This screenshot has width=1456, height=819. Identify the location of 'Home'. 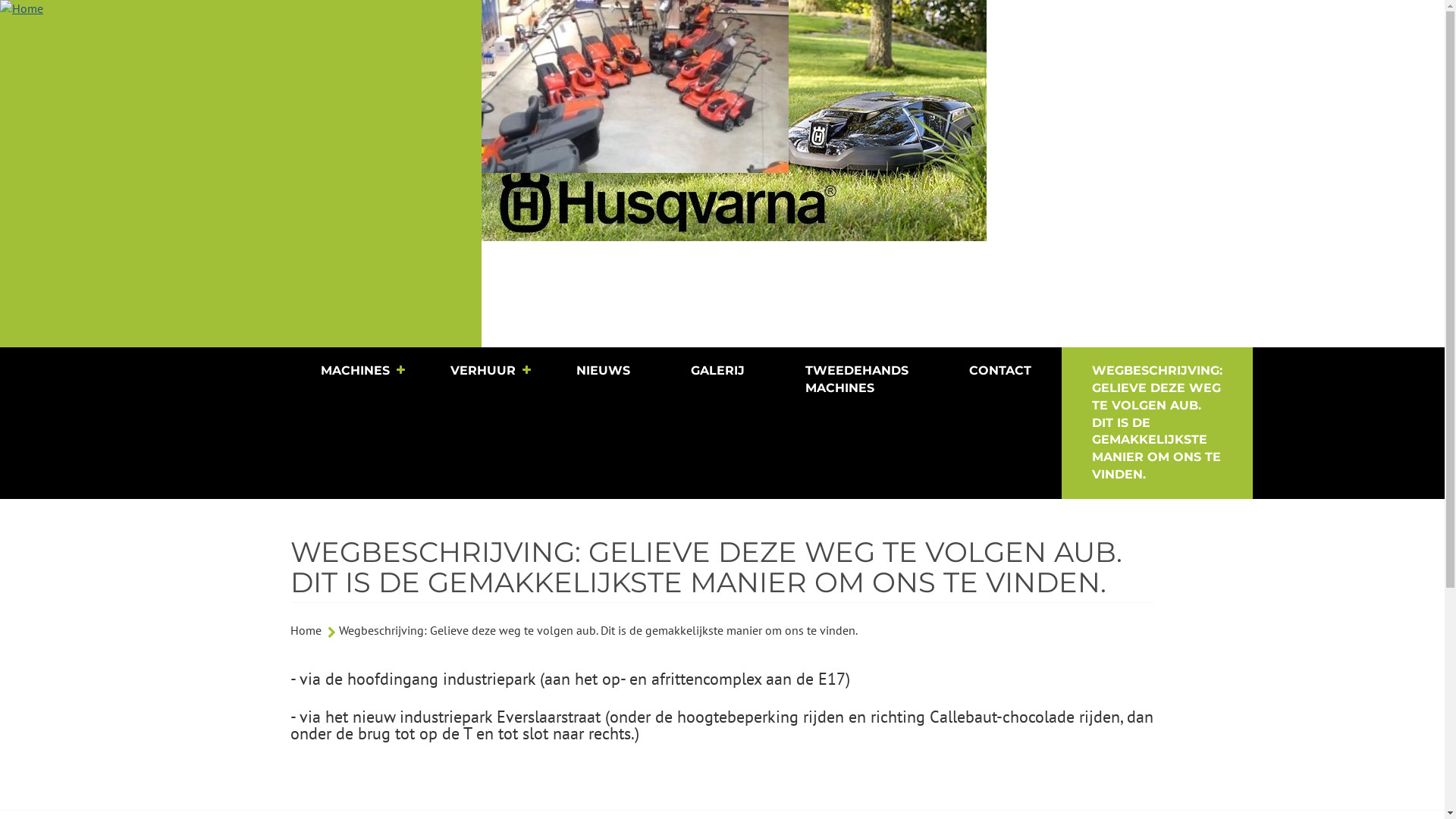
(304, 629).